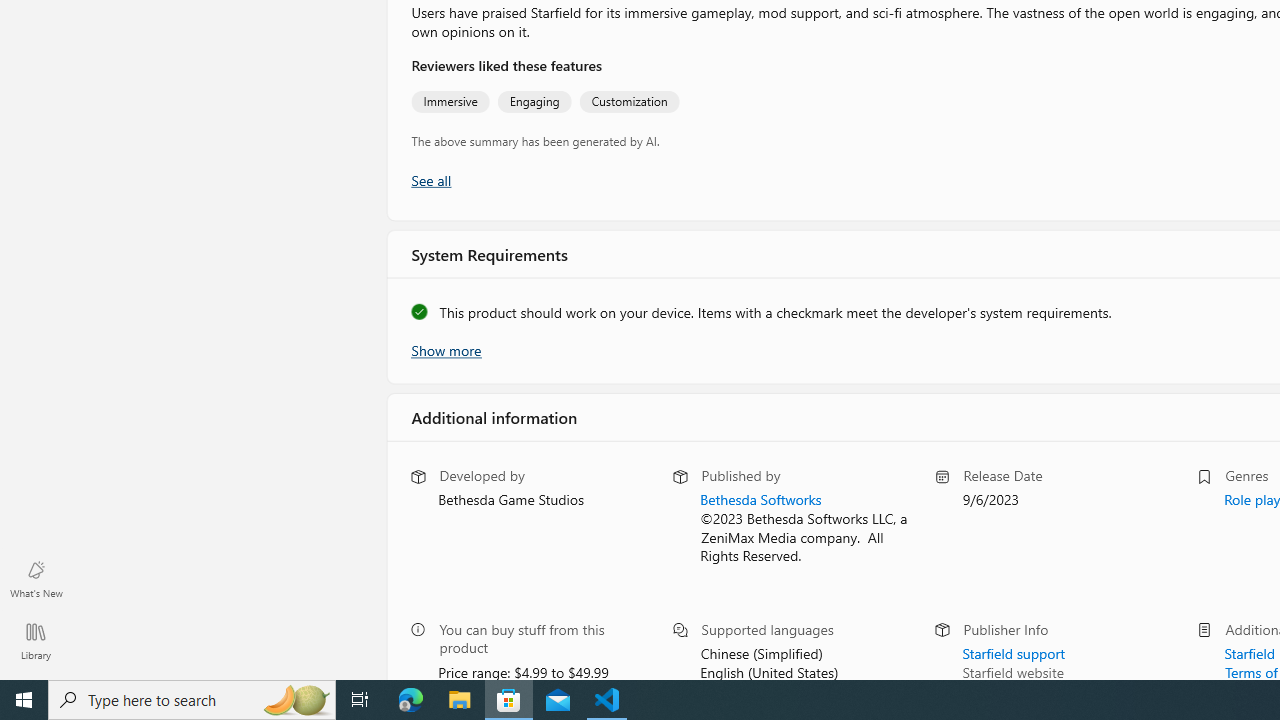  Describe the element at coordinates (759, 498) in the screenshot. I see `'Bethesda Softworks'` at that location.